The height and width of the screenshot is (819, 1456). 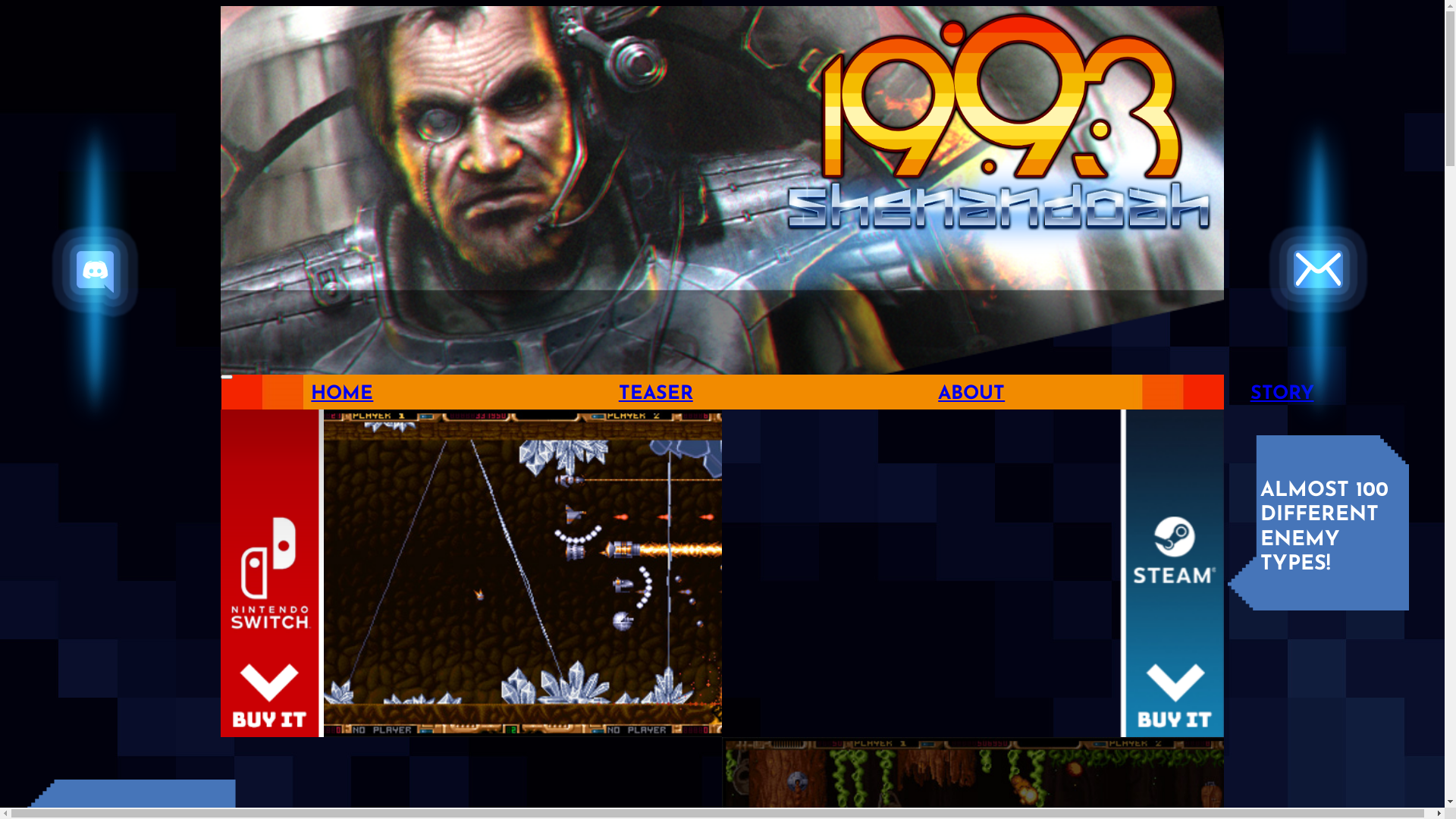 I want to click on 'TEASER', so click(x=619, y=393).